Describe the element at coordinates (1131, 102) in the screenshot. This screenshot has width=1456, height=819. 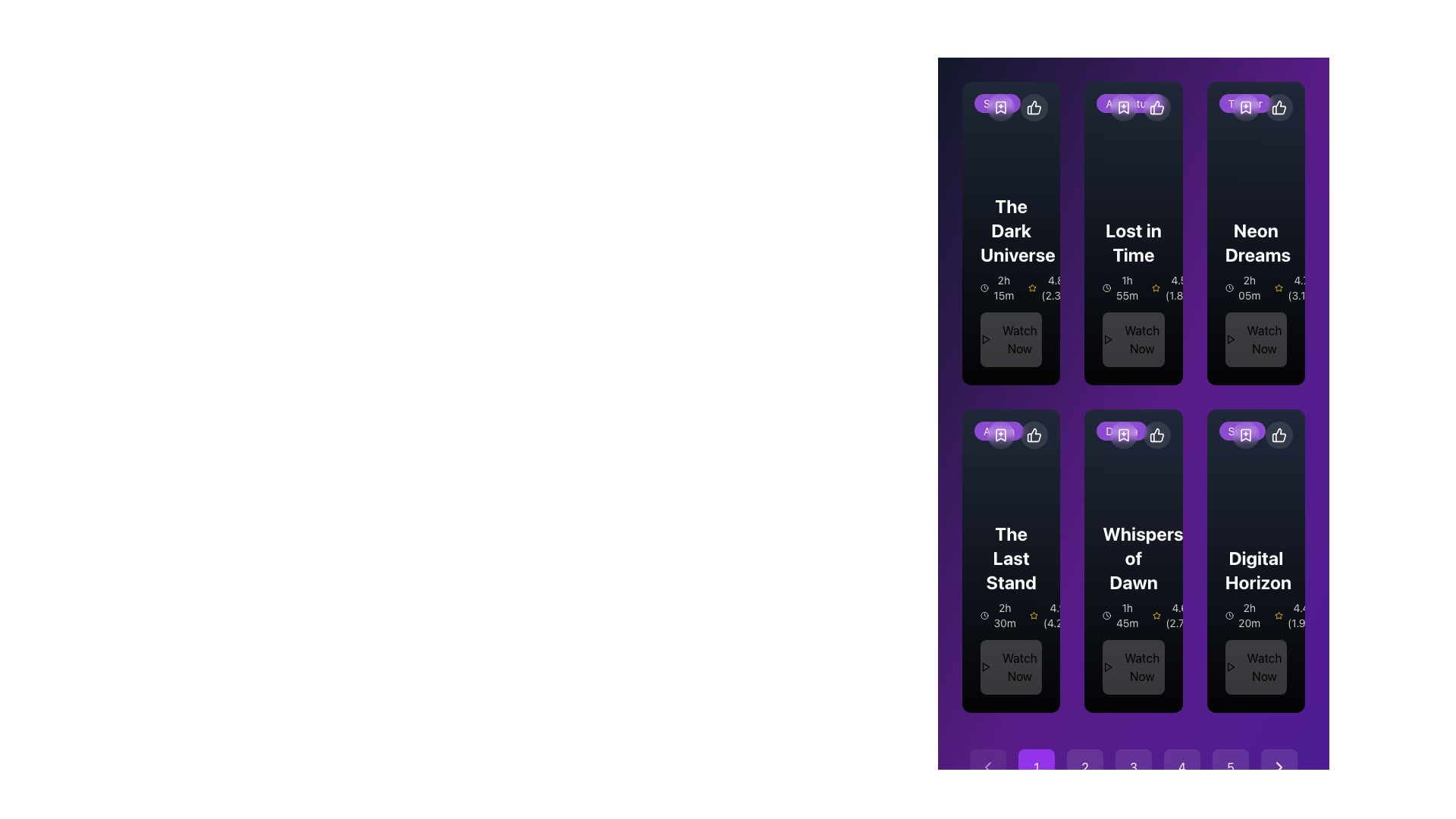
I see `the 'Adventure' label that displays the genre for the movie 'Lost in Time', located in the second column of the first row of the grid layout` at that location.